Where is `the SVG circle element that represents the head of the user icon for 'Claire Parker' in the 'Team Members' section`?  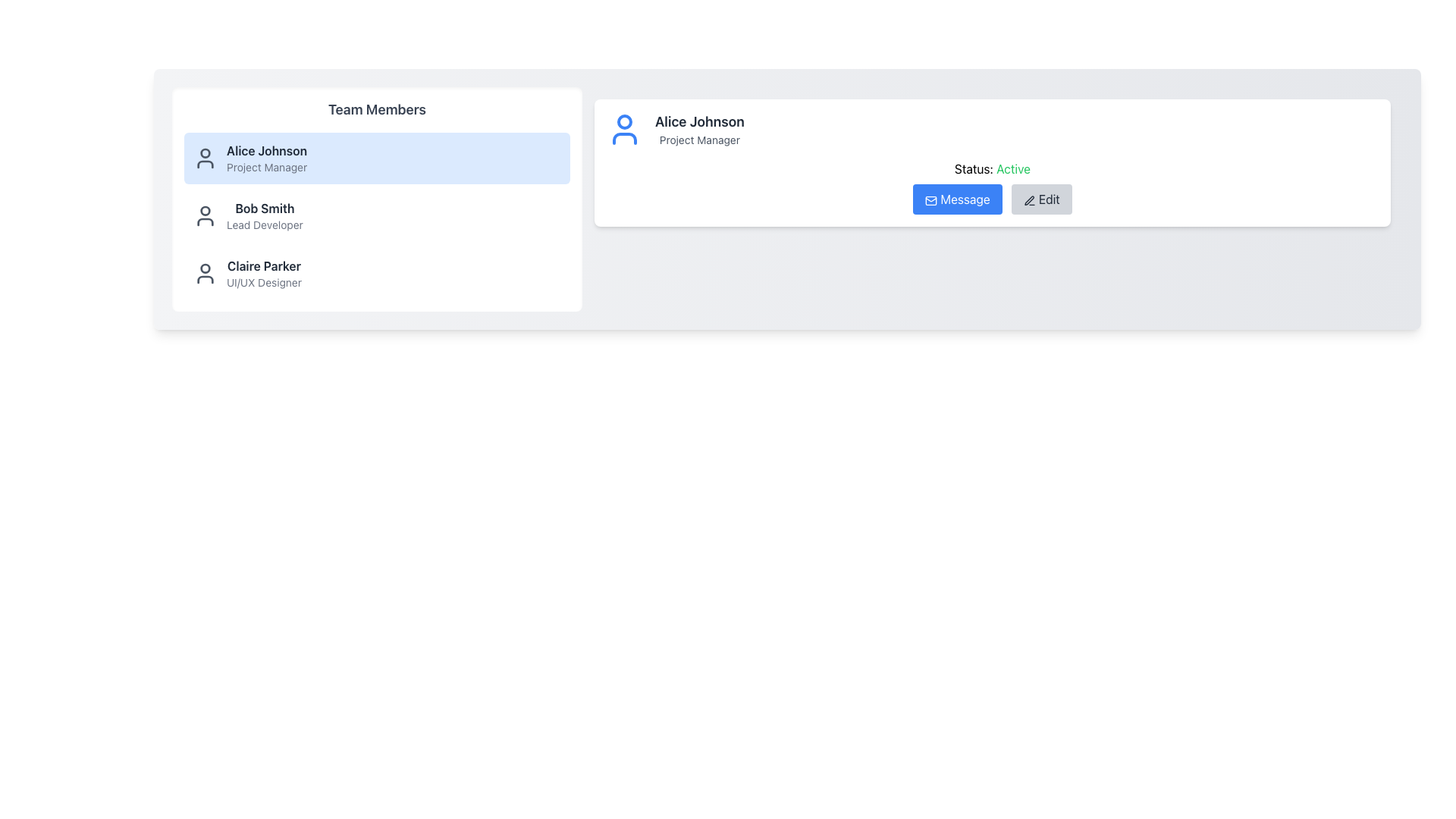 the SVG circle element that represents the head of the user icon for 'Claire Parker' in the 'Team Members' section is located at coordinates (204, 268).